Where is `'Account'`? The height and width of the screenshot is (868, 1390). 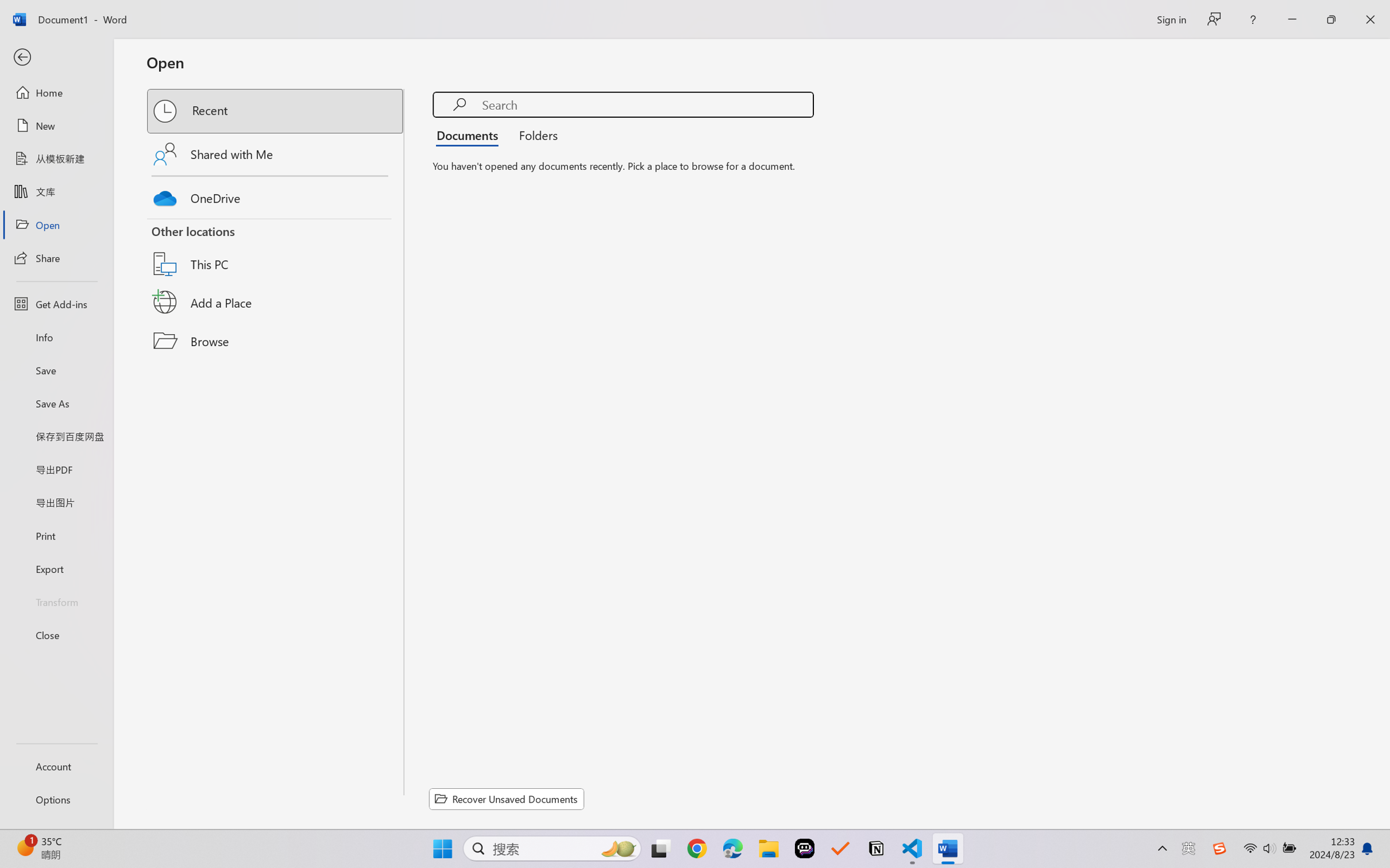 'Account' is located at coordinates (56, 766).